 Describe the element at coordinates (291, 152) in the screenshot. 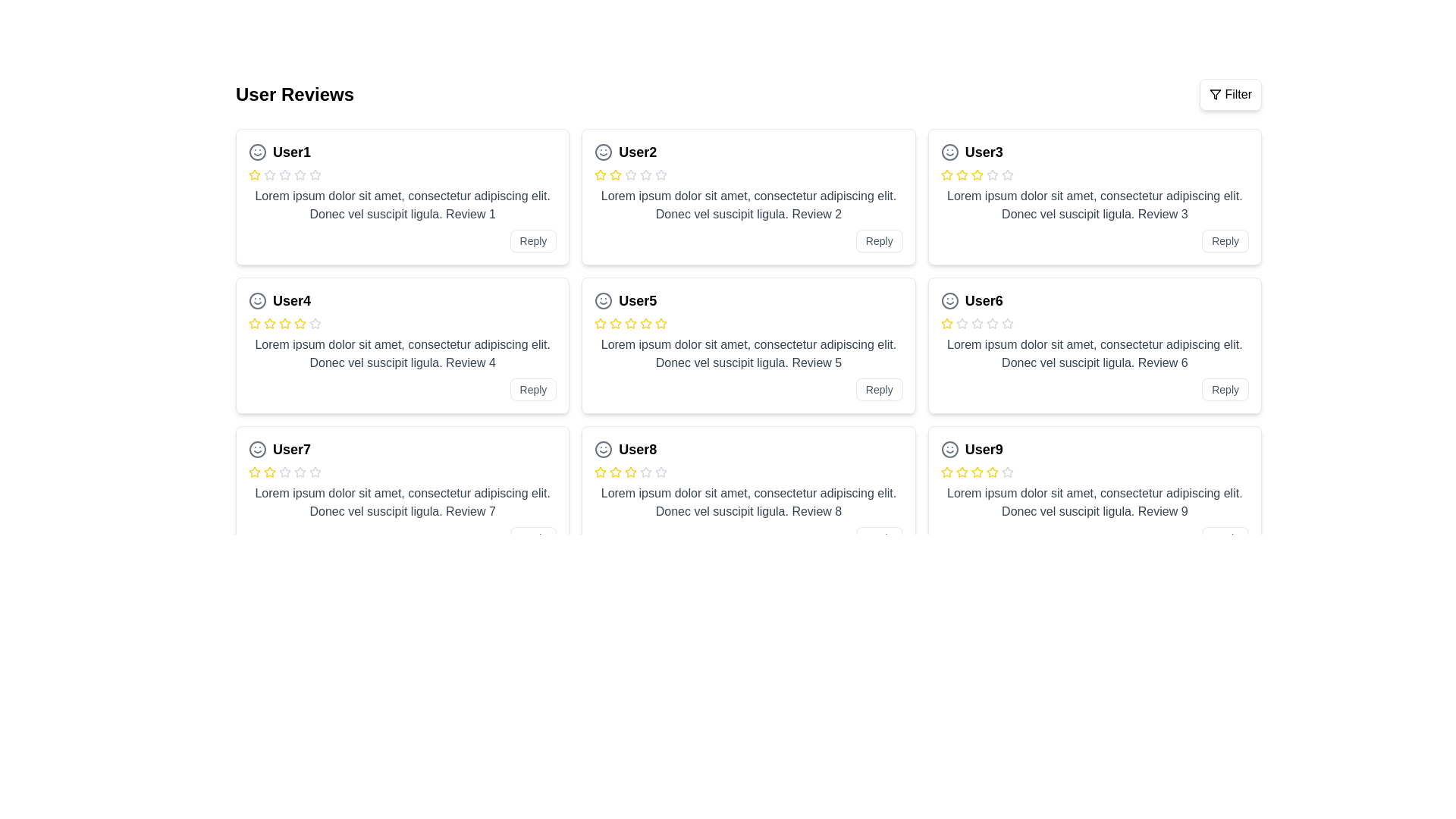

I see `the username text label that displays the first user's name under the 'User Reviews' section in the top-left corner of the grid layout` at that location.